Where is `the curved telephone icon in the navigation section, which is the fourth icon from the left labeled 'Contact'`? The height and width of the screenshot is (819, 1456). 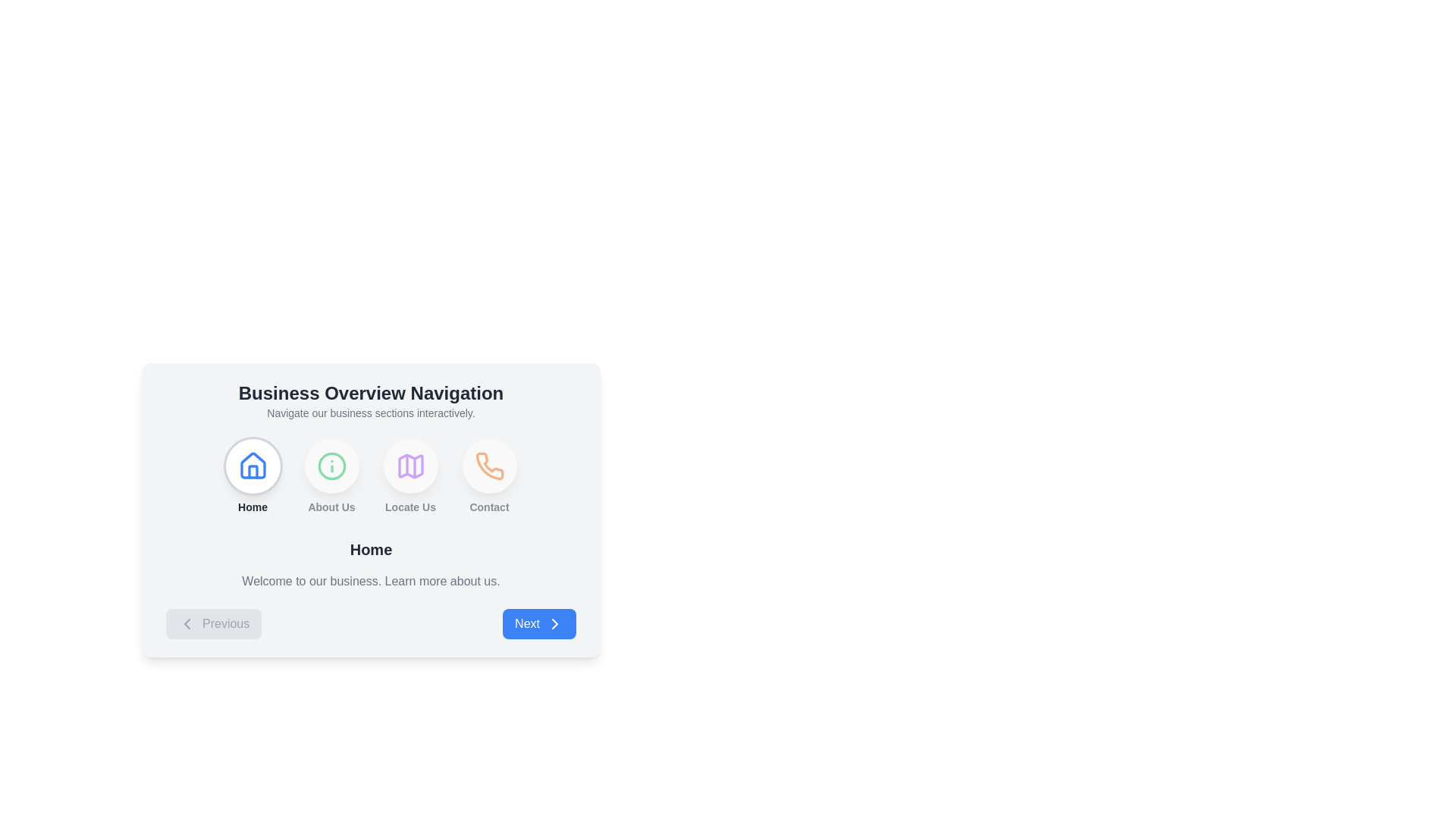 the curved telephone icon in the navigation section, which is the fourth icon from the left labeled 'Contact' is located at coordinates (489, 465).